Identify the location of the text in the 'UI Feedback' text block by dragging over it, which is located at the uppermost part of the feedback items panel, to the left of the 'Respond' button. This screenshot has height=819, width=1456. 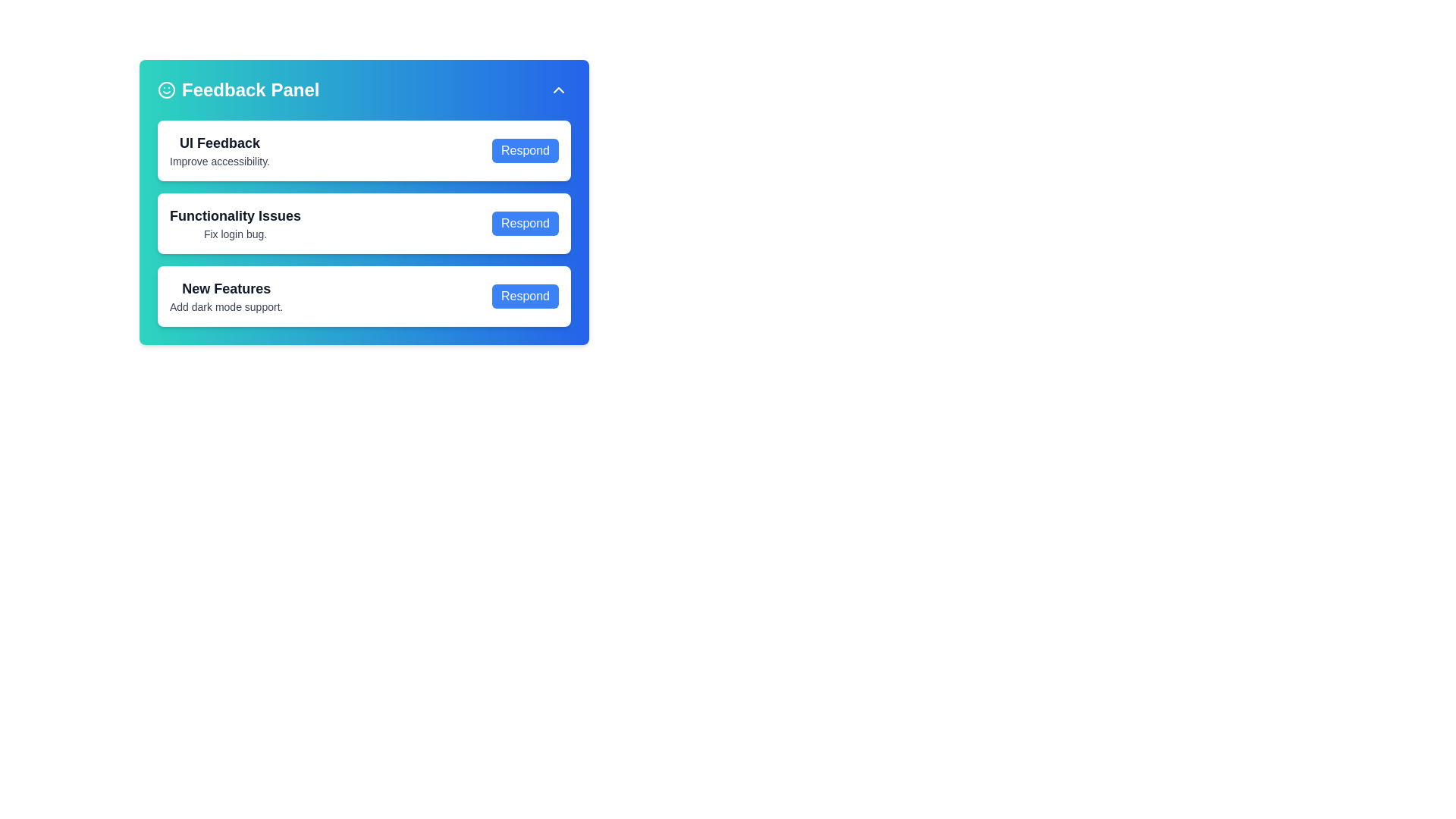
(218, 151).